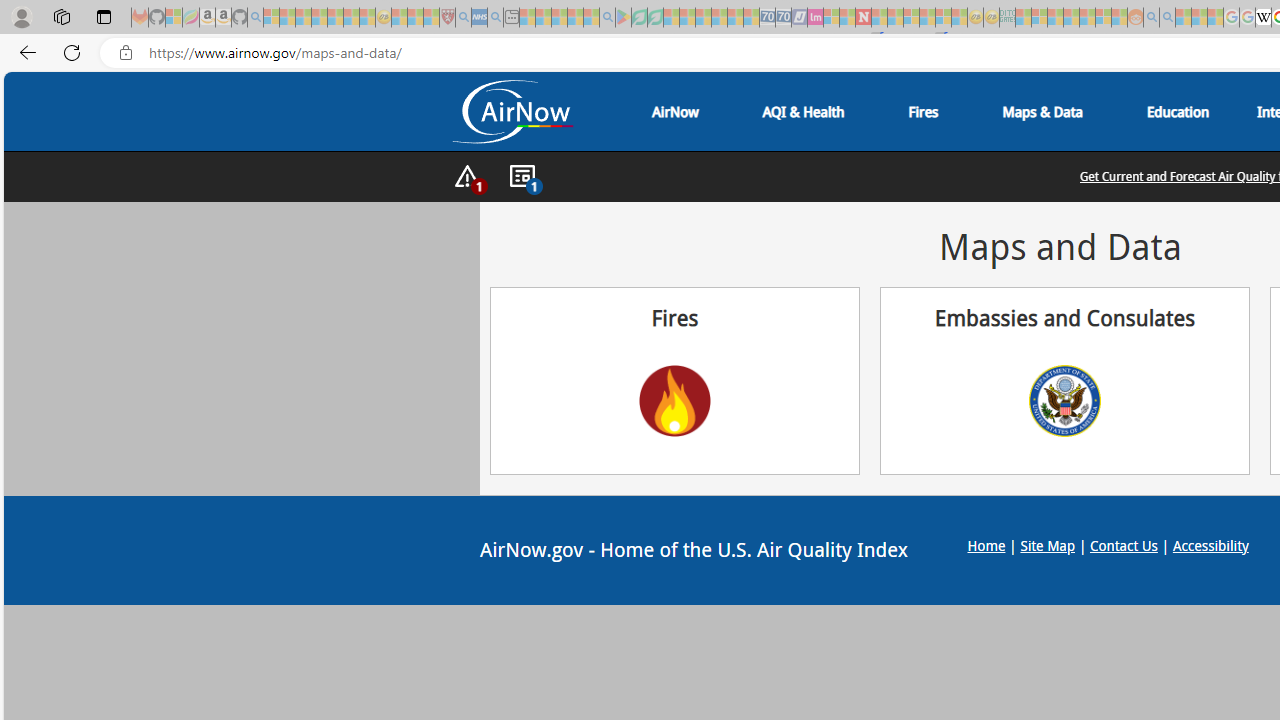 The height and width of the screenshot is (720, 1280). I want to click on 'AutomationID: nav-announcements-toggle', so click(522, 176).